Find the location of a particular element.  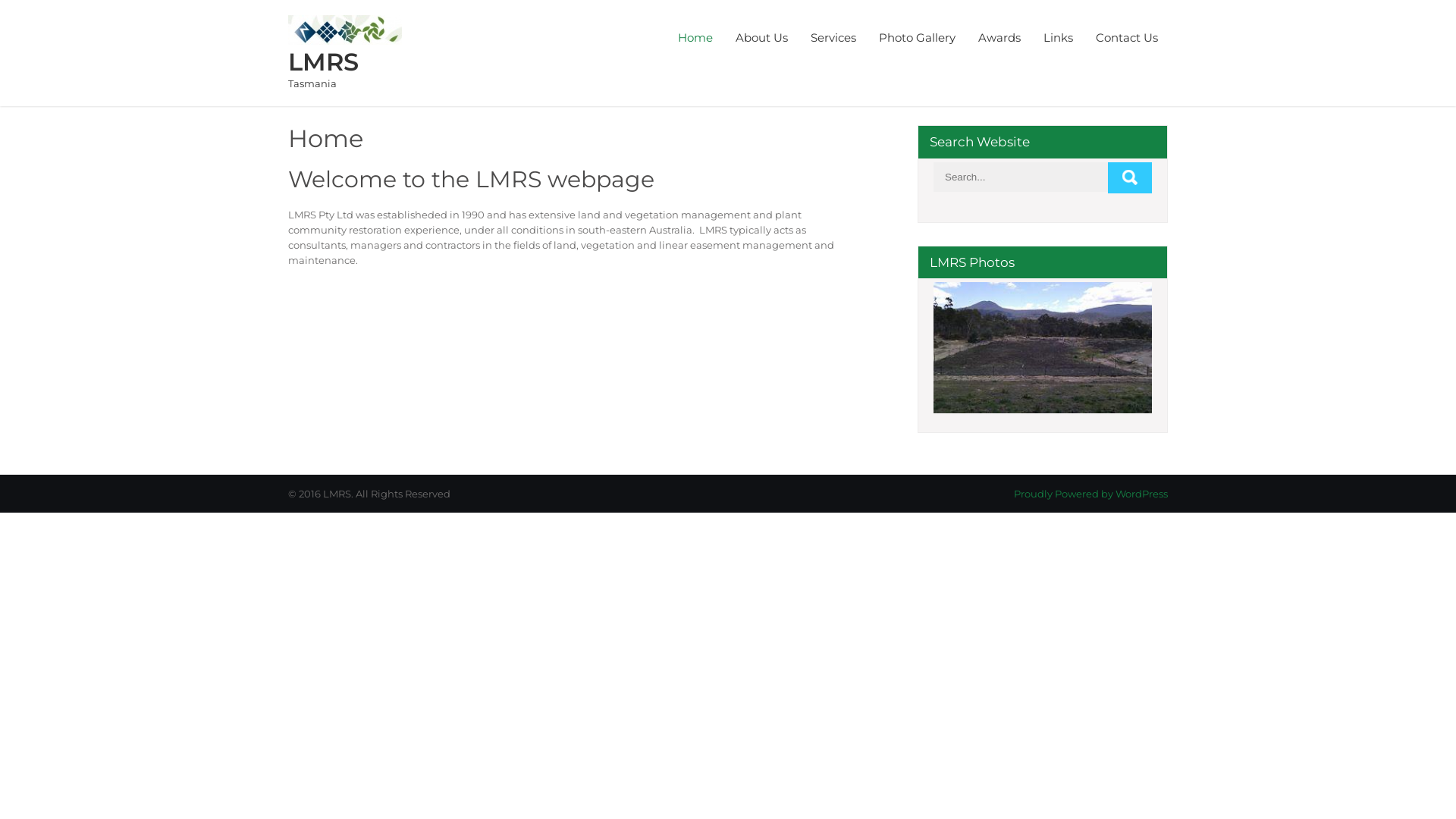

'Search' is located at coordinates (1129, 177).